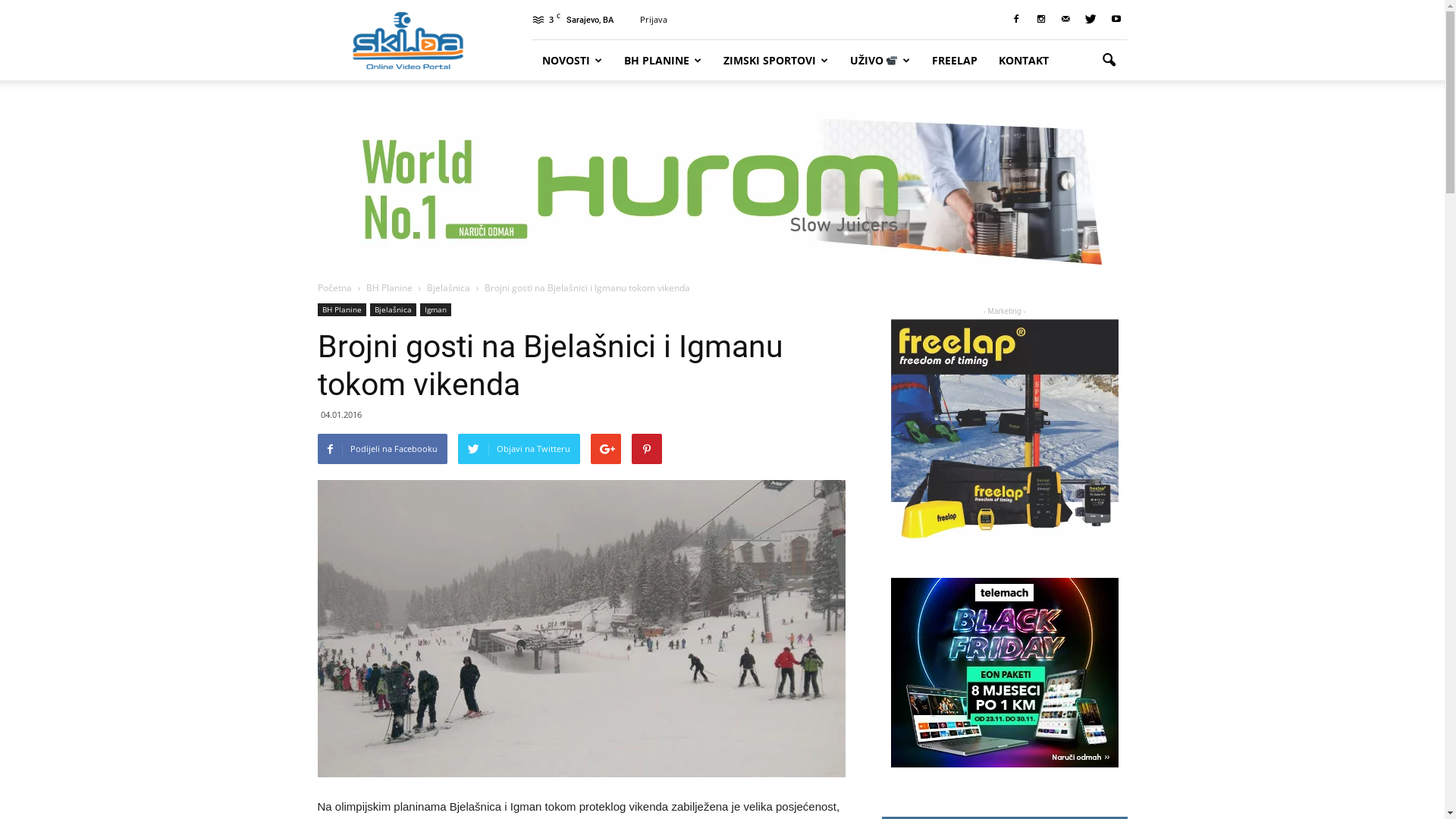  What do you see at coordinates (1115, 20) in the screenshot?
I see `'Youtube'` at bounding box center [1115, 20].